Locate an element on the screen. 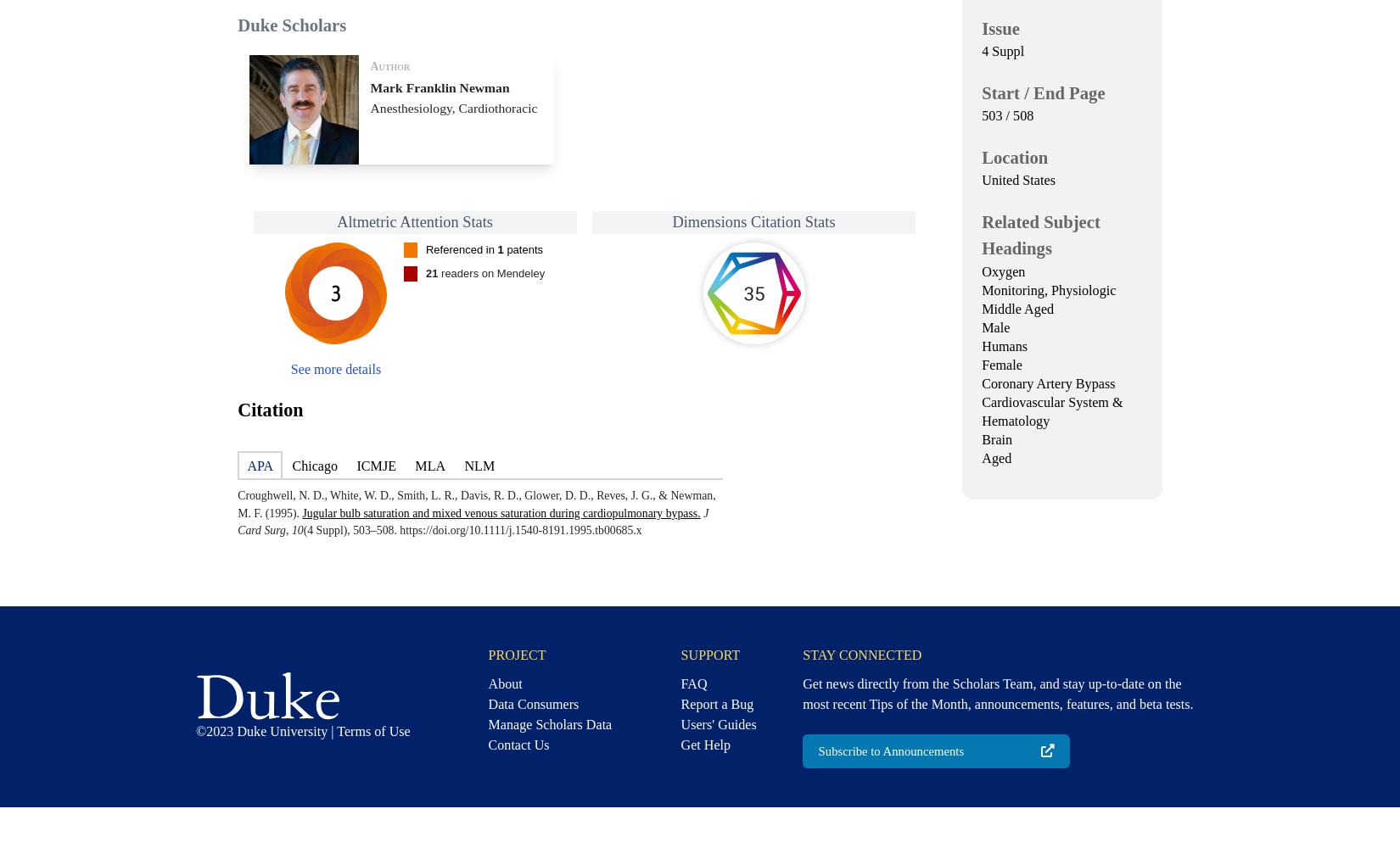  'Oxygen' is located at coordinates (981, 271).